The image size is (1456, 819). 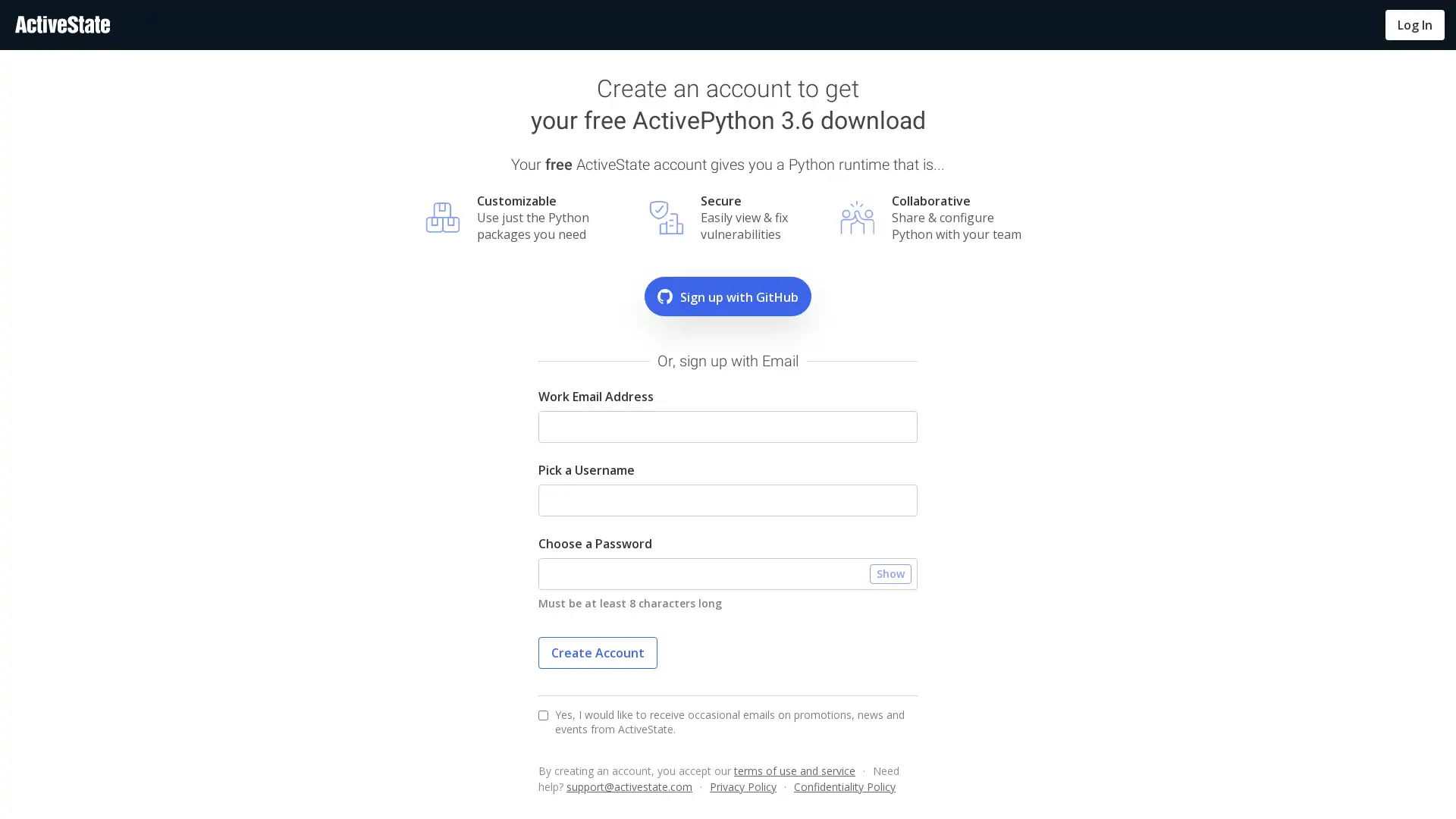 What do you see at coordinates (728, 296) in the screenshot?
I see `Sign up with GitHub` at bounding box center [728, 296].